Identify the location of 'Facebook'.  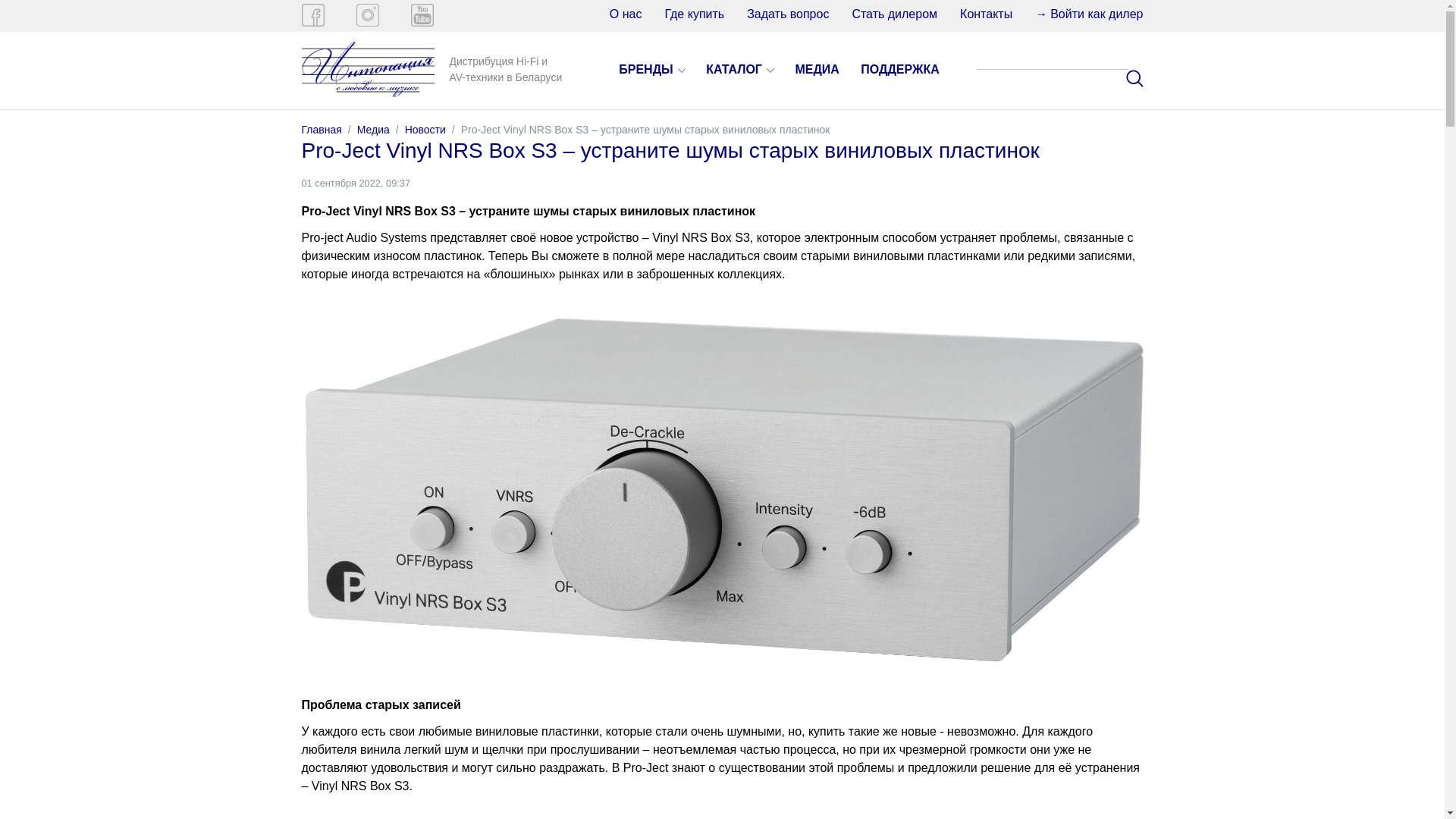
(312, 14).